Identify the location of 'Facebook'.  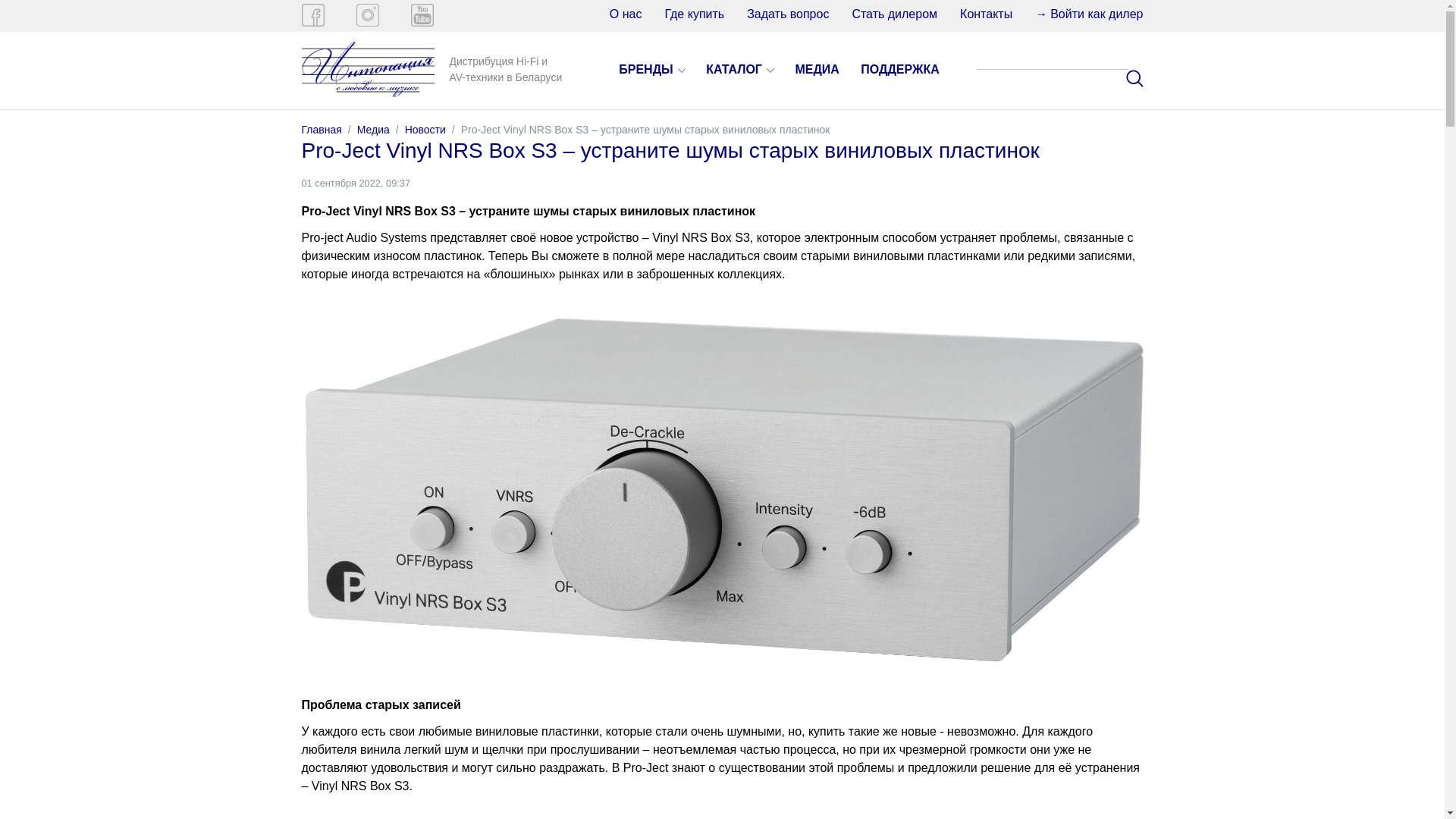
(312, 14).